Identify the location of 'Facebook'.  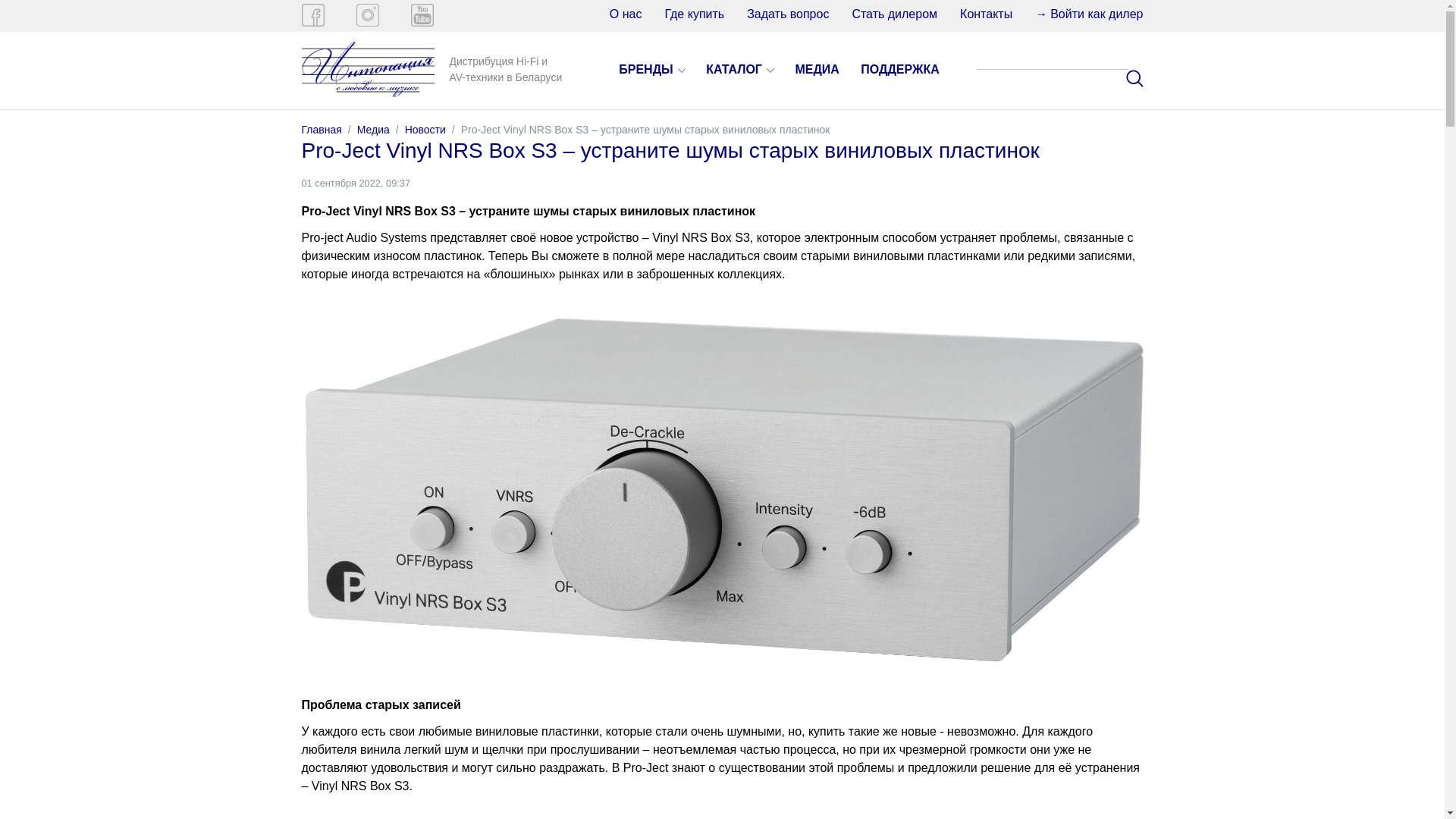
(312, 14).